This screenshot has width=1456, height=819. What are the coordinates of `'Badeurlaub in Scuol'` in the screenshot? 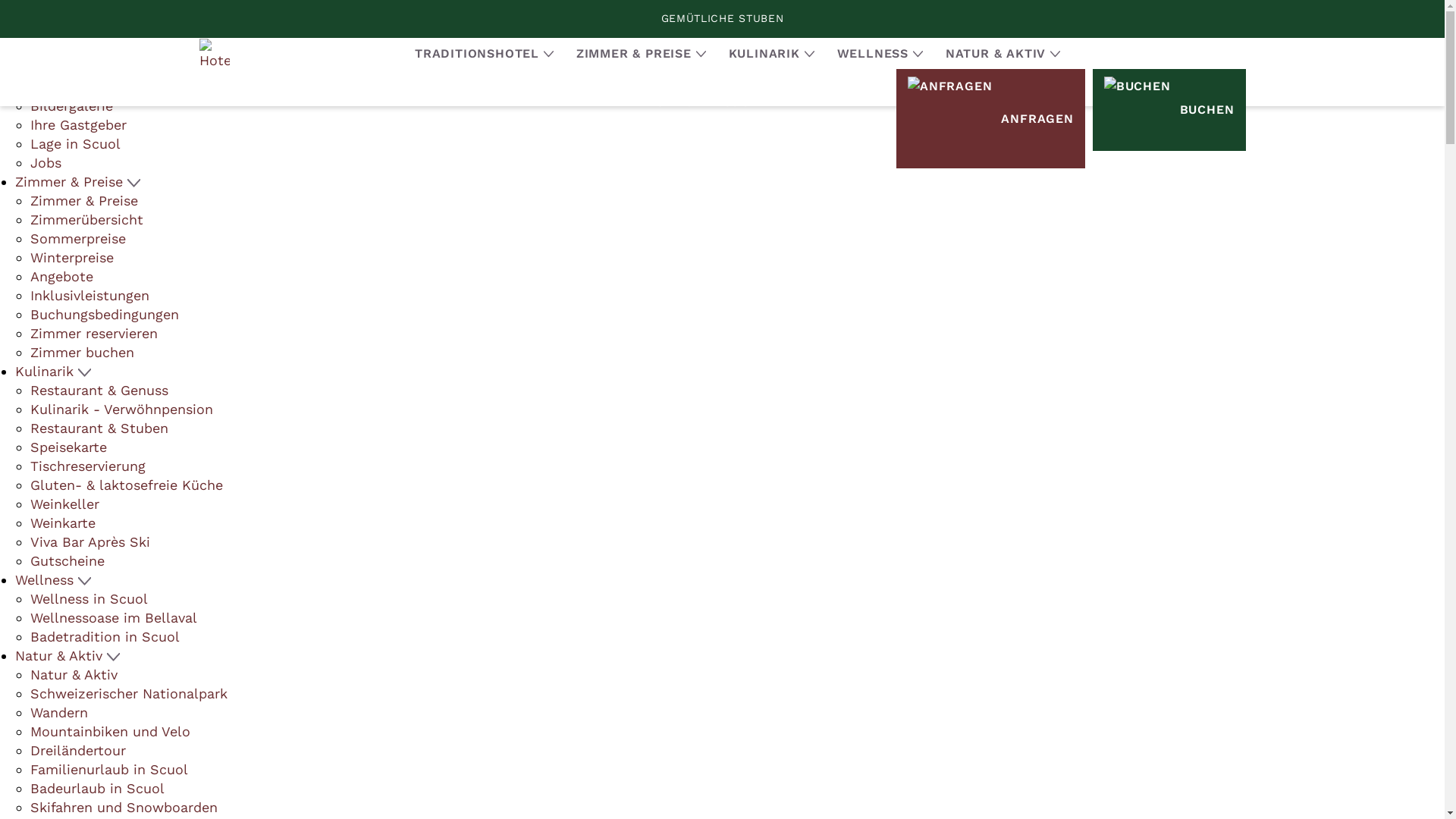 It's located at (96, 787).